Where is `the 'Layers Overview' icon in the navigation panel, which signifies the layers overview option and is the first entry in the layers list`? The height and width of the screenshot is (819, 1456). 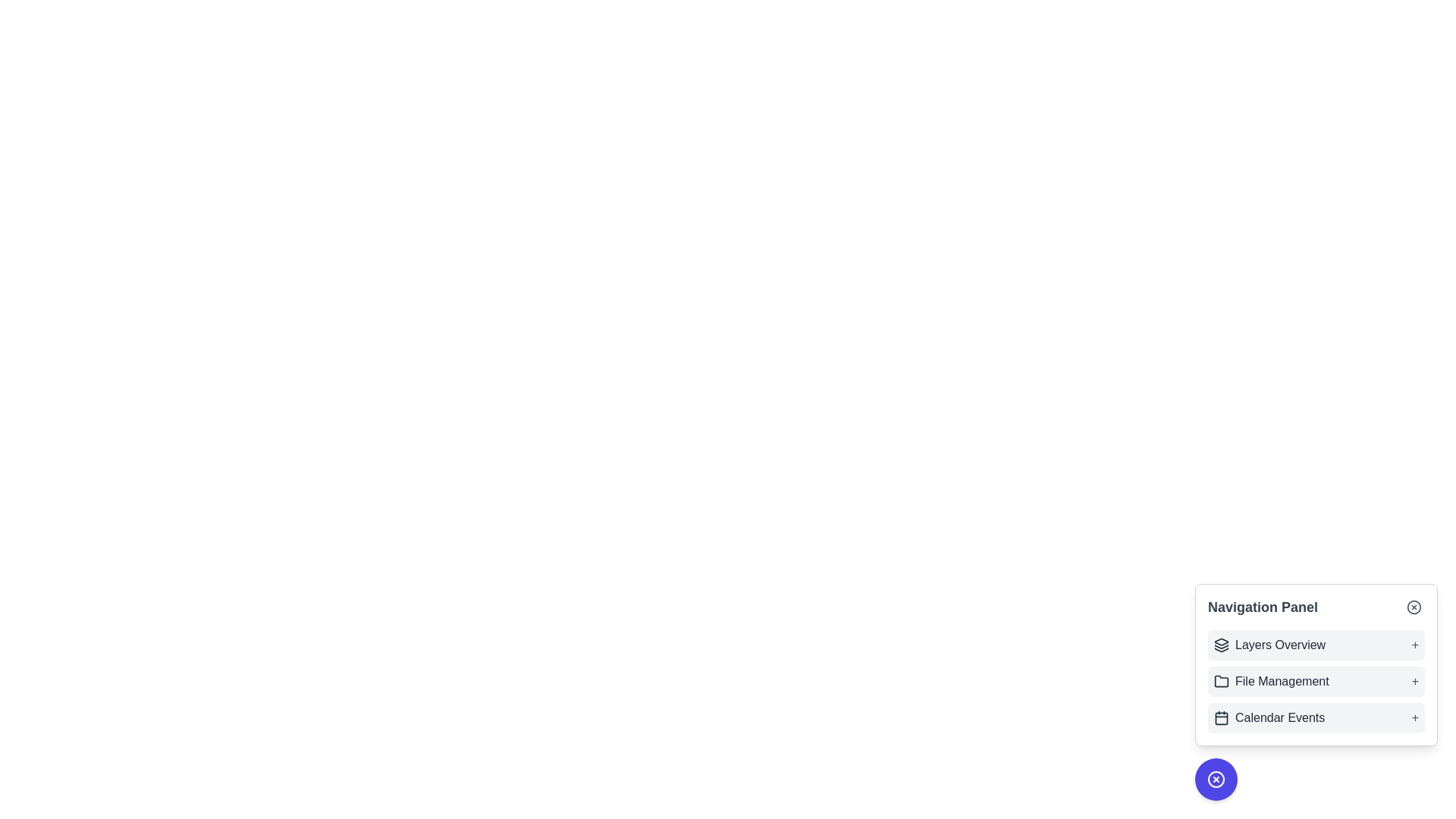
the 'Layers Overview' icon in the navigation panel, which signifies the layers overview option and is the first entry in the layers list is located at coordinates (1222, 648).